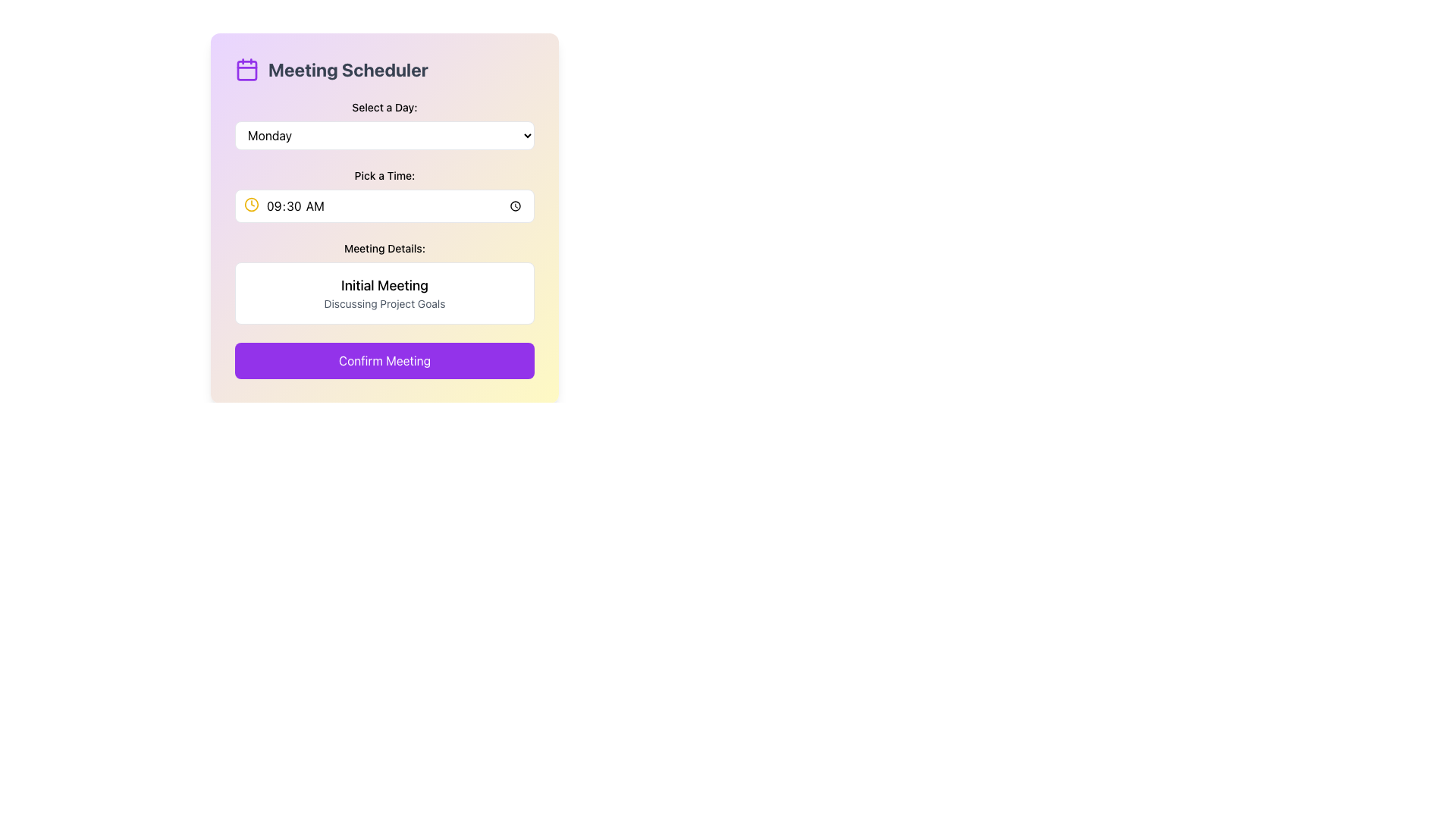 Image resolution: width=1456 pixels, height=819 pixels. I want to click on the 'Confirm Meeting' button, which is a rectangular button with rounded corners and a vibrant purple background, so click(384, 360).